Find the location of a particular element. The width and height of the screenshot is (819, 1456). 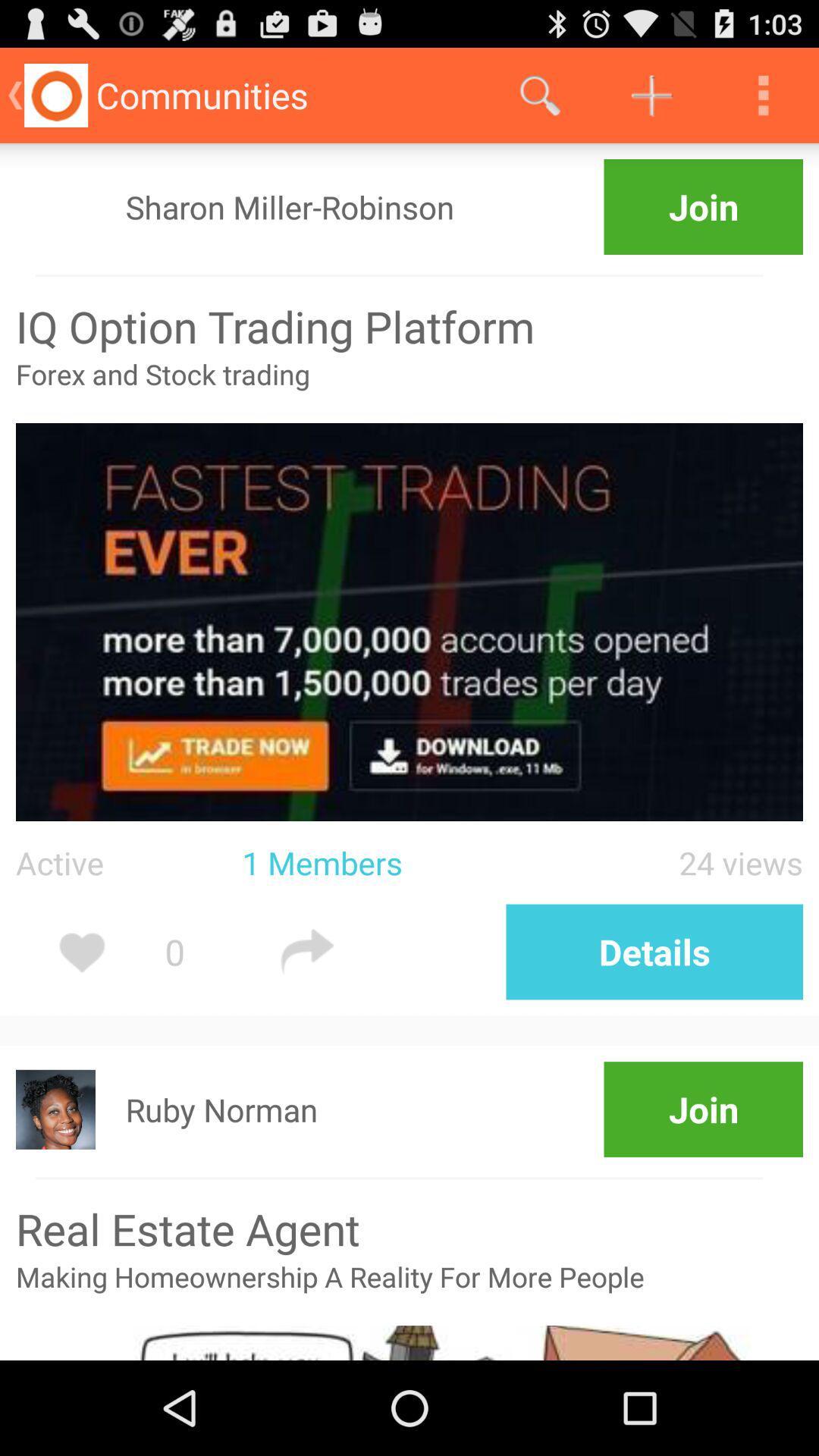

the details item is located at coordinates (654, 951).